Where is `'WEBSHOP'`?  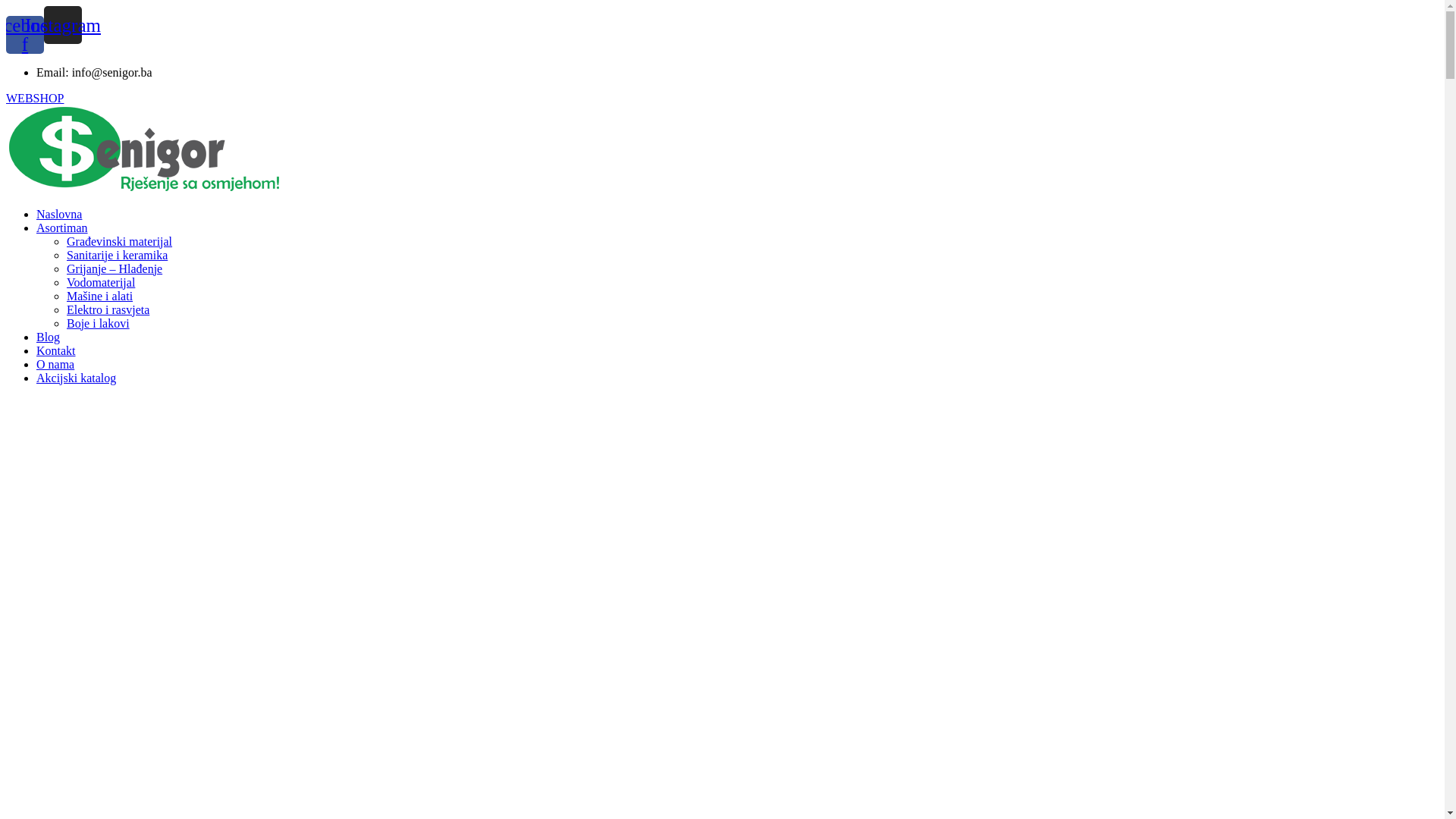
'WEBSHOP' is located at coordinates (6, 97).